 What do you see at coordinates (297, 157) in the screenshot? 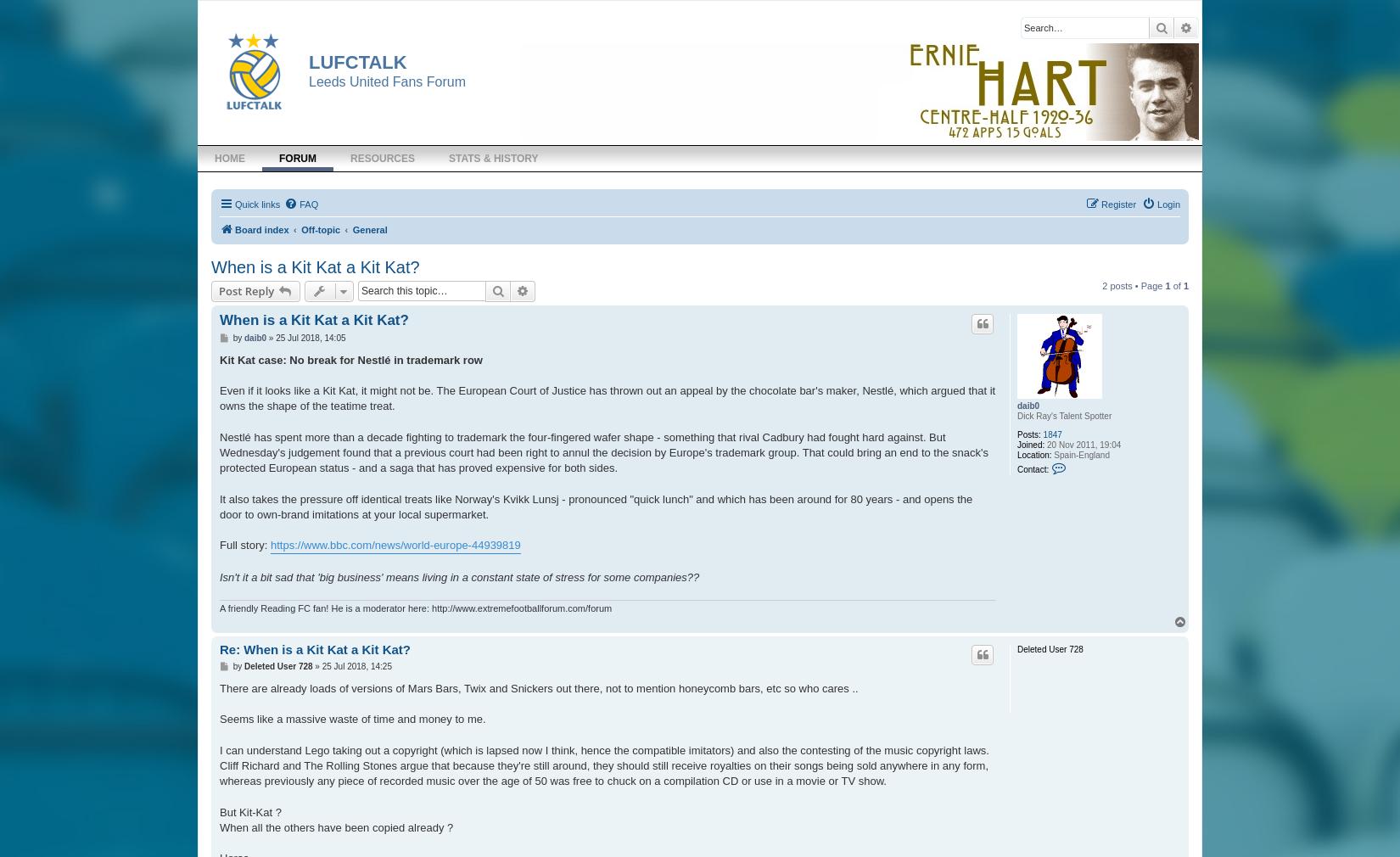
I see `'FORUM'` at bounding box center [297, 157].